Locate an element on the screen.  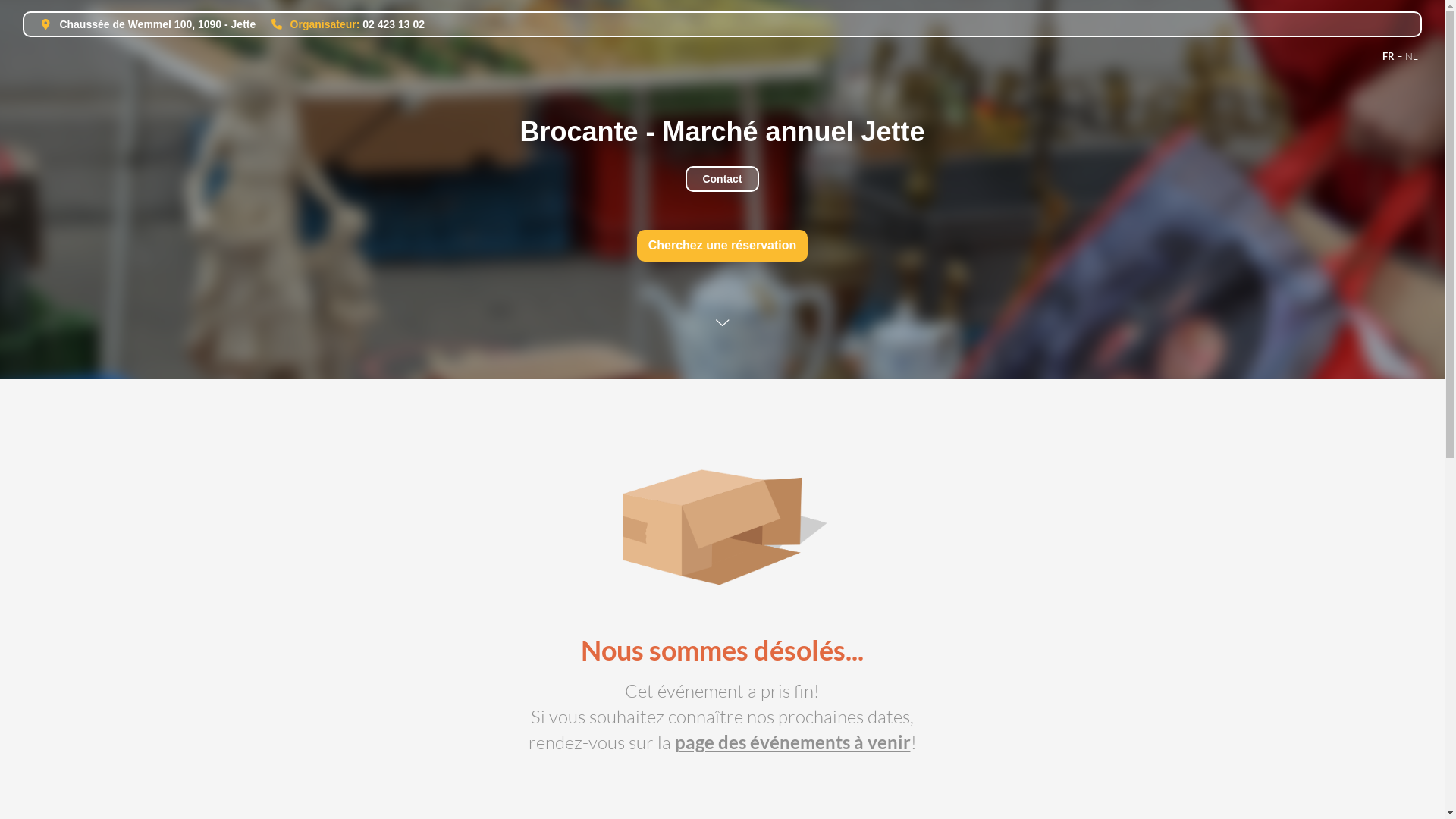
'Organisateur: 02 423 13 02' is located at coordinates (340, 24).